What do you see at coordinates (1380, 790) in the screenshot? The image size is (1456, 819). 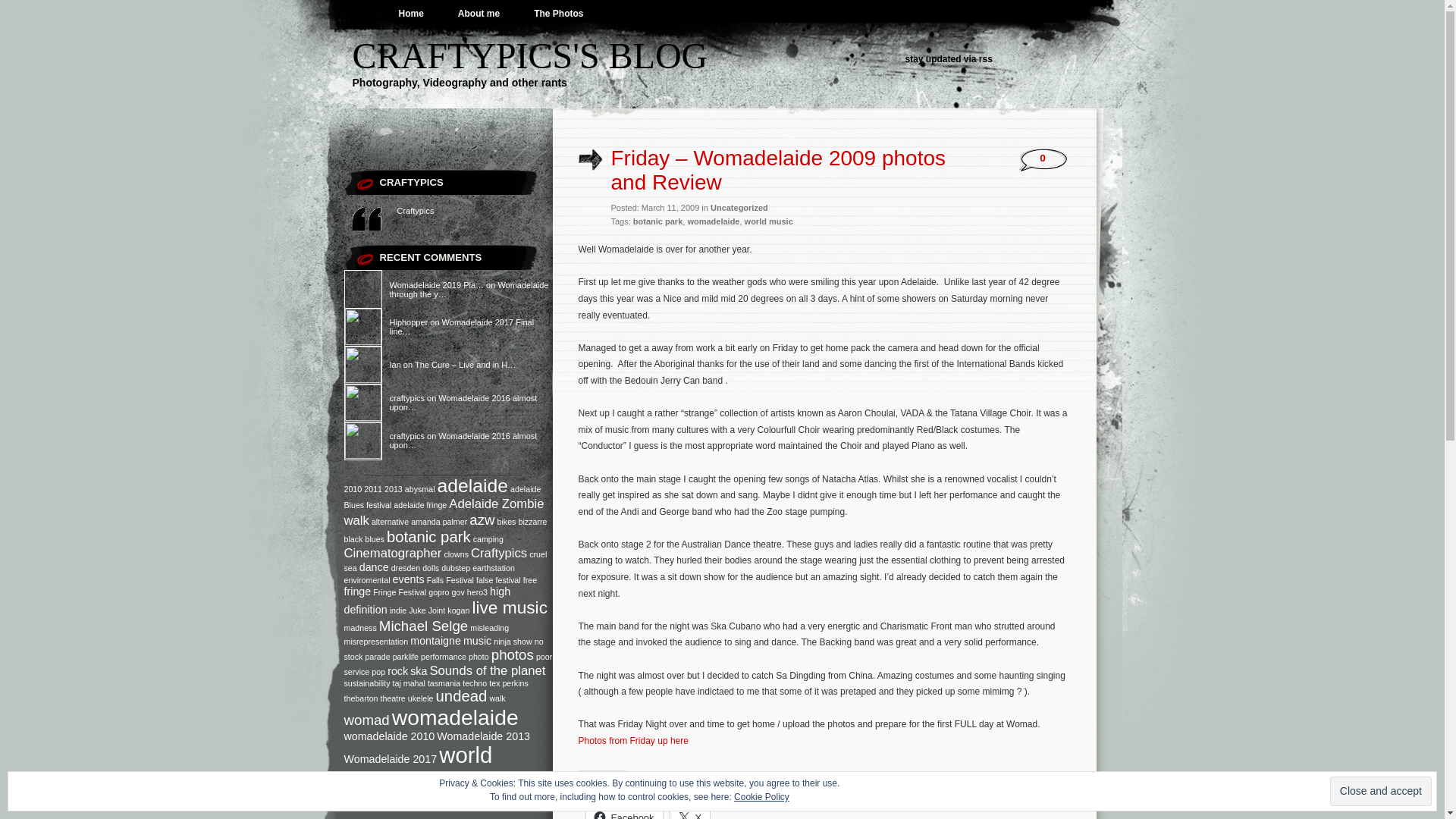 I see `'Close and accept'` at bounding box center [1380, 790].